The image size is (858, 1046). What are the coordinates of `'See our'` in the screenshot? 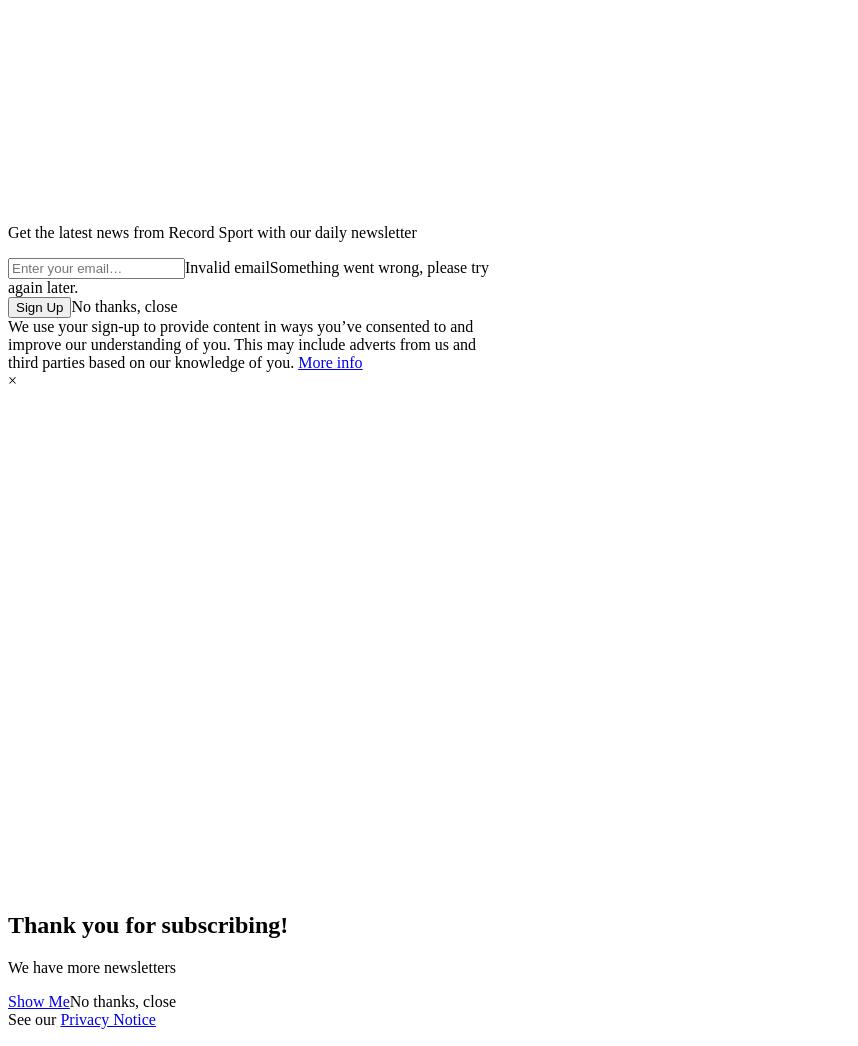 It's located at (7, 1018).